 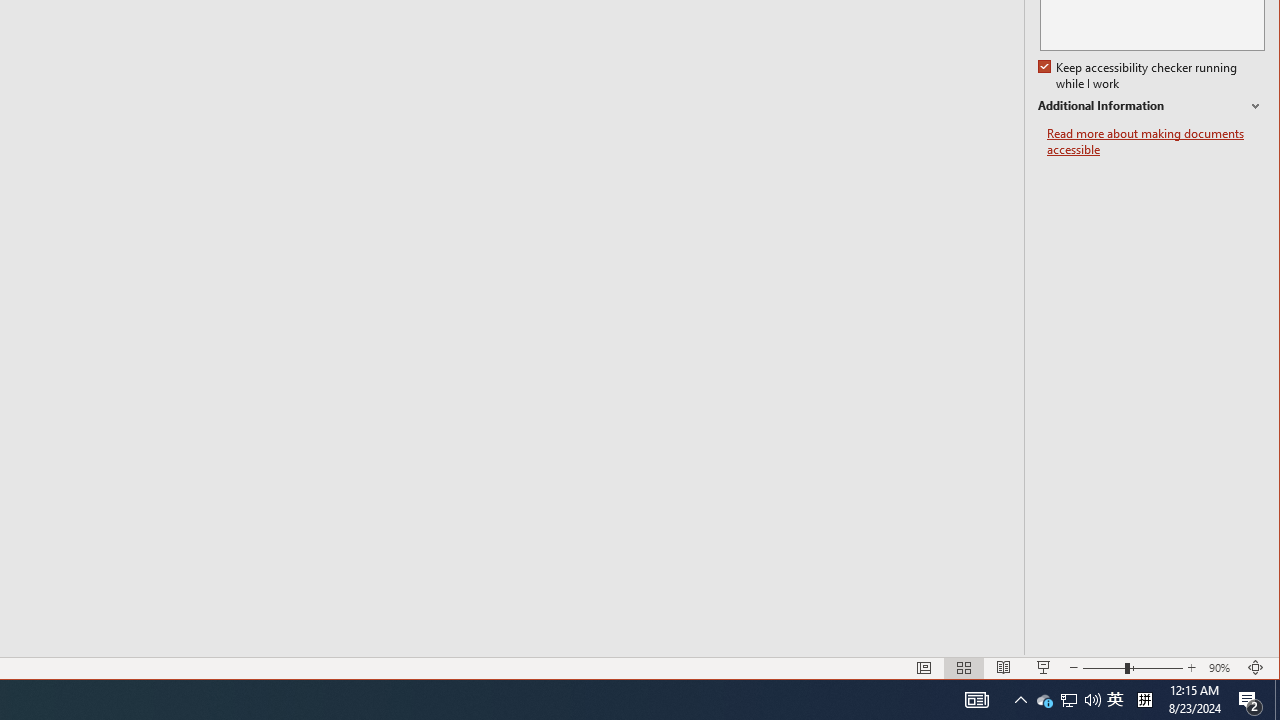 What do you see at coordinates (1221, 668) in the screenshot?
I see `'Zoom 90%'` at bounding box center [1221, 668].